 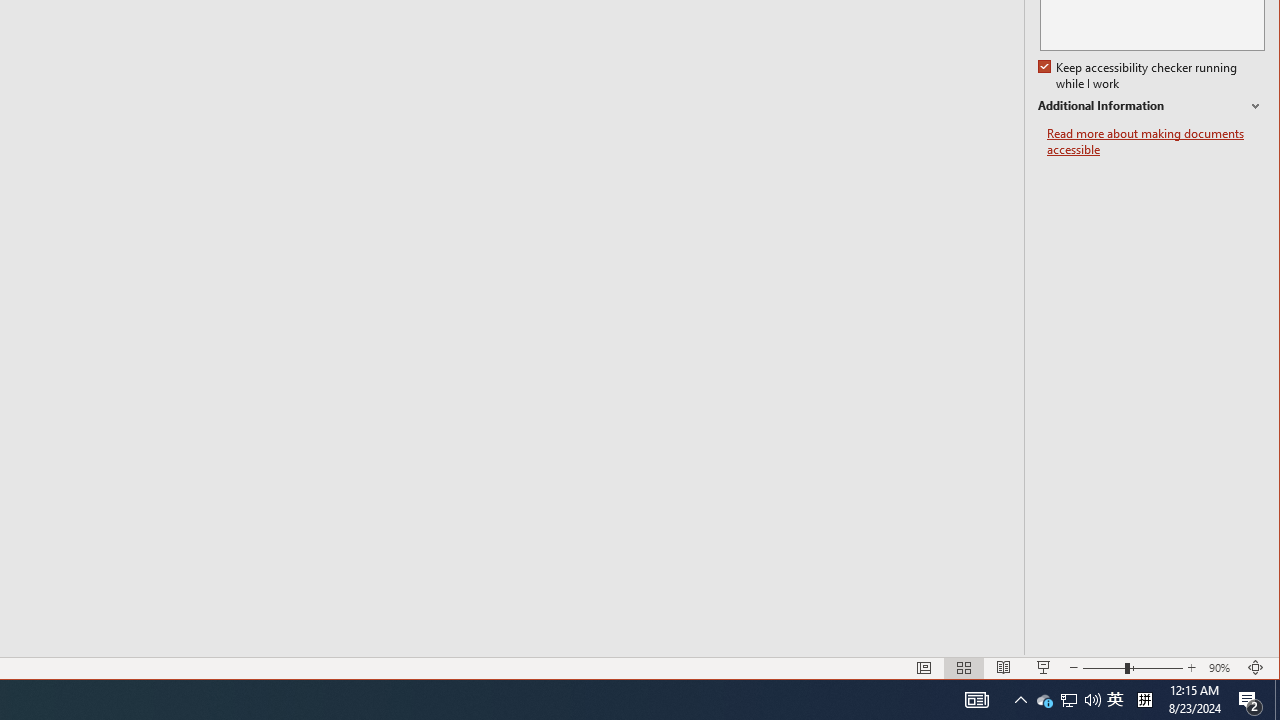 What do you see at coordinates (1221, 668) in the screenshot?
I see `'Zoom 90%'` at bounding box center [1221, 668].